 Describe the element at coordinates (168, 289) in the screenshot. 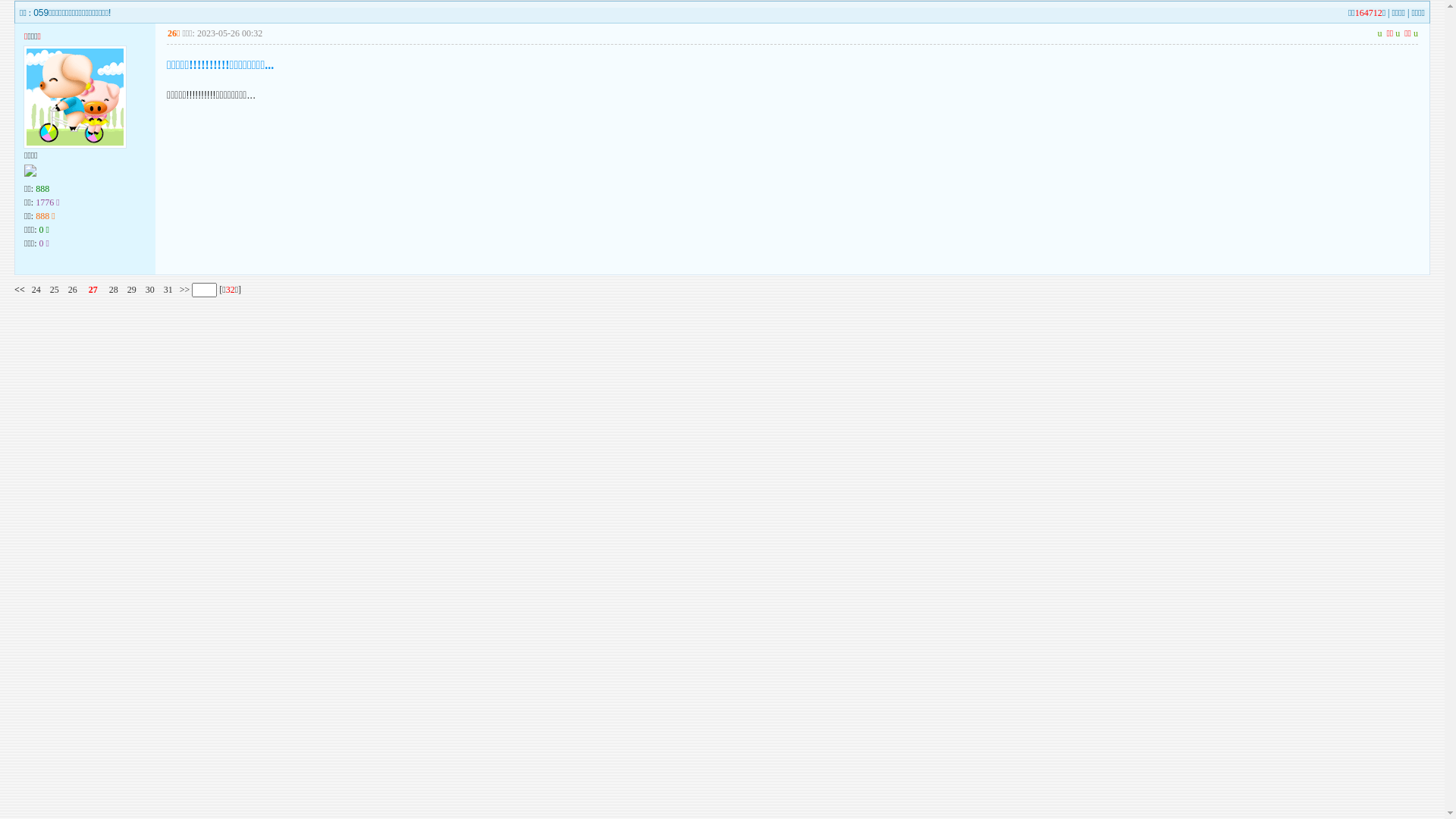

I see `'31'` at that location.